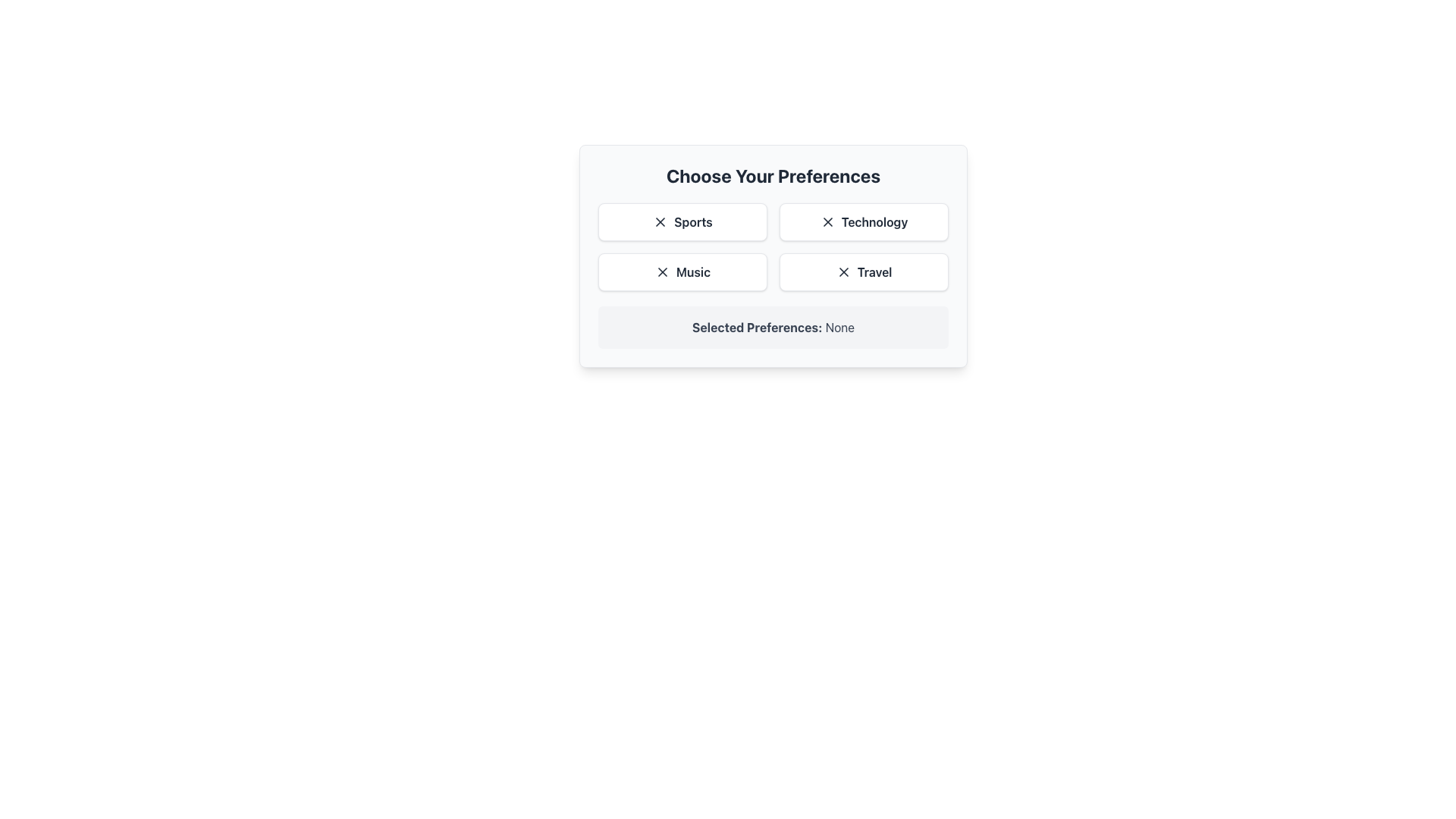  What do you see at coordinates (692, 222) in the screenshot?
I see `the 'Sports' label, which is a bold text element located centrally within a button-like component on the left side of the top row in a grid of buttons` at bounding box center [692, 222].